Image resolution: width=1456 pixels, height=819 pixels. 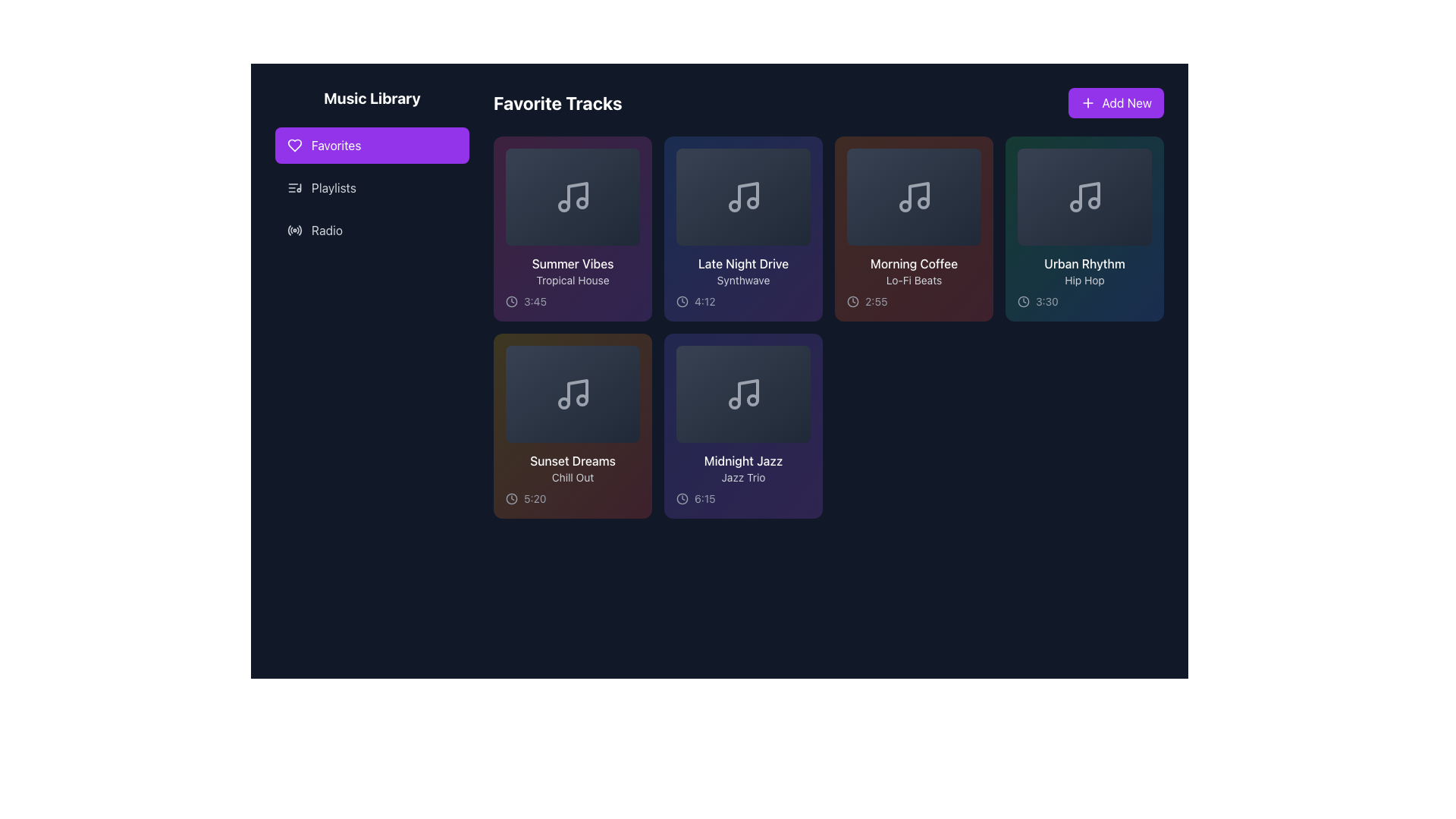 What do you see at coordinates (743, 262) in the screenshot?
I see `the text label displaying the track title, located centrally in the lower portion of the second card from the left in the top row of the 'Favorite Tracks' section` at bounding box center [743, 262].